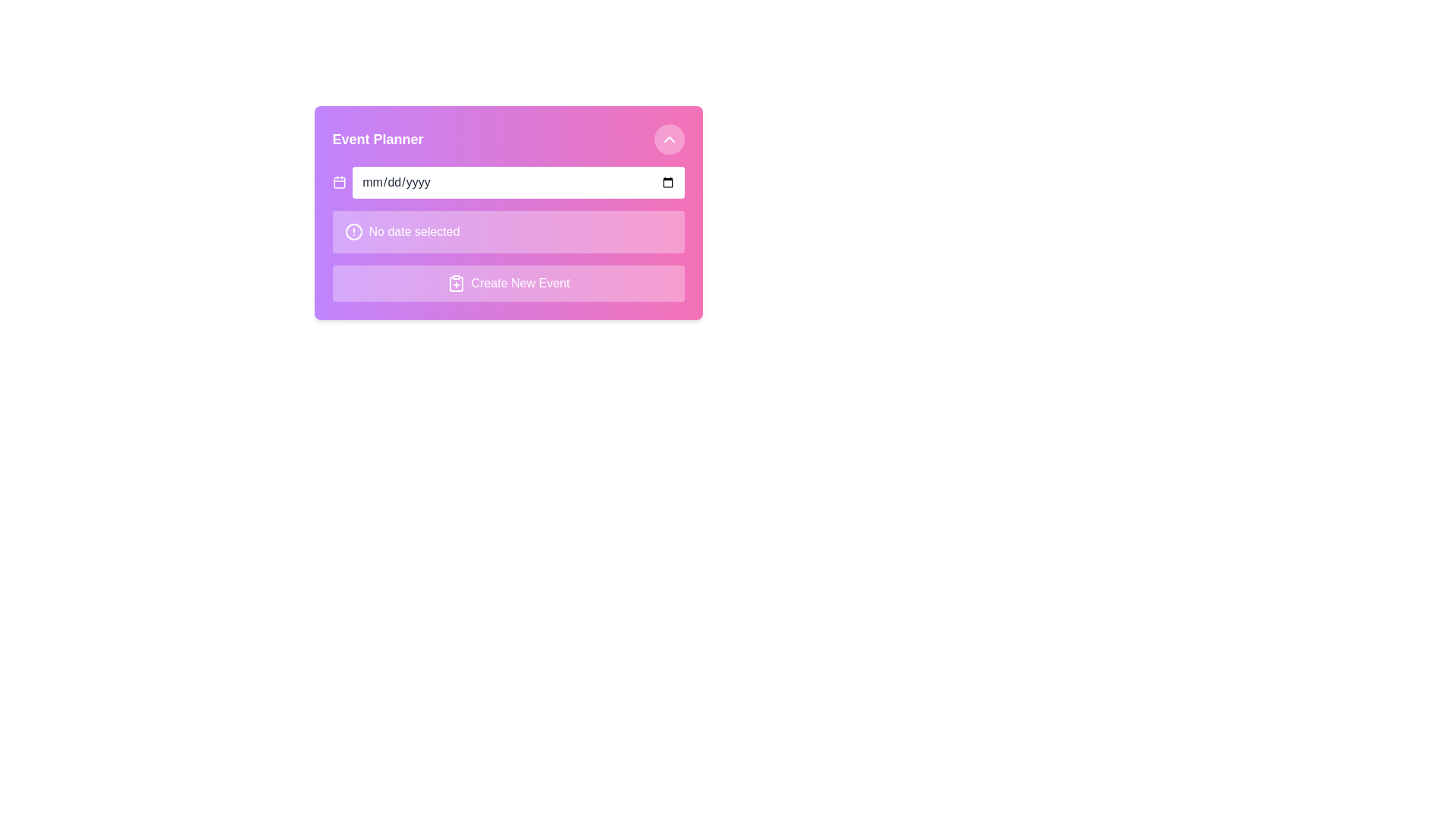 The width and height of the screenshot is (1456, 819). What do you see at coordinates (455, 284) in the screenshot?
I see `the decorative icon representing the creation of a new entry, located to the left of the 'Create New Event' label in the bottom section of the event form` at bounding box center [455, 284].